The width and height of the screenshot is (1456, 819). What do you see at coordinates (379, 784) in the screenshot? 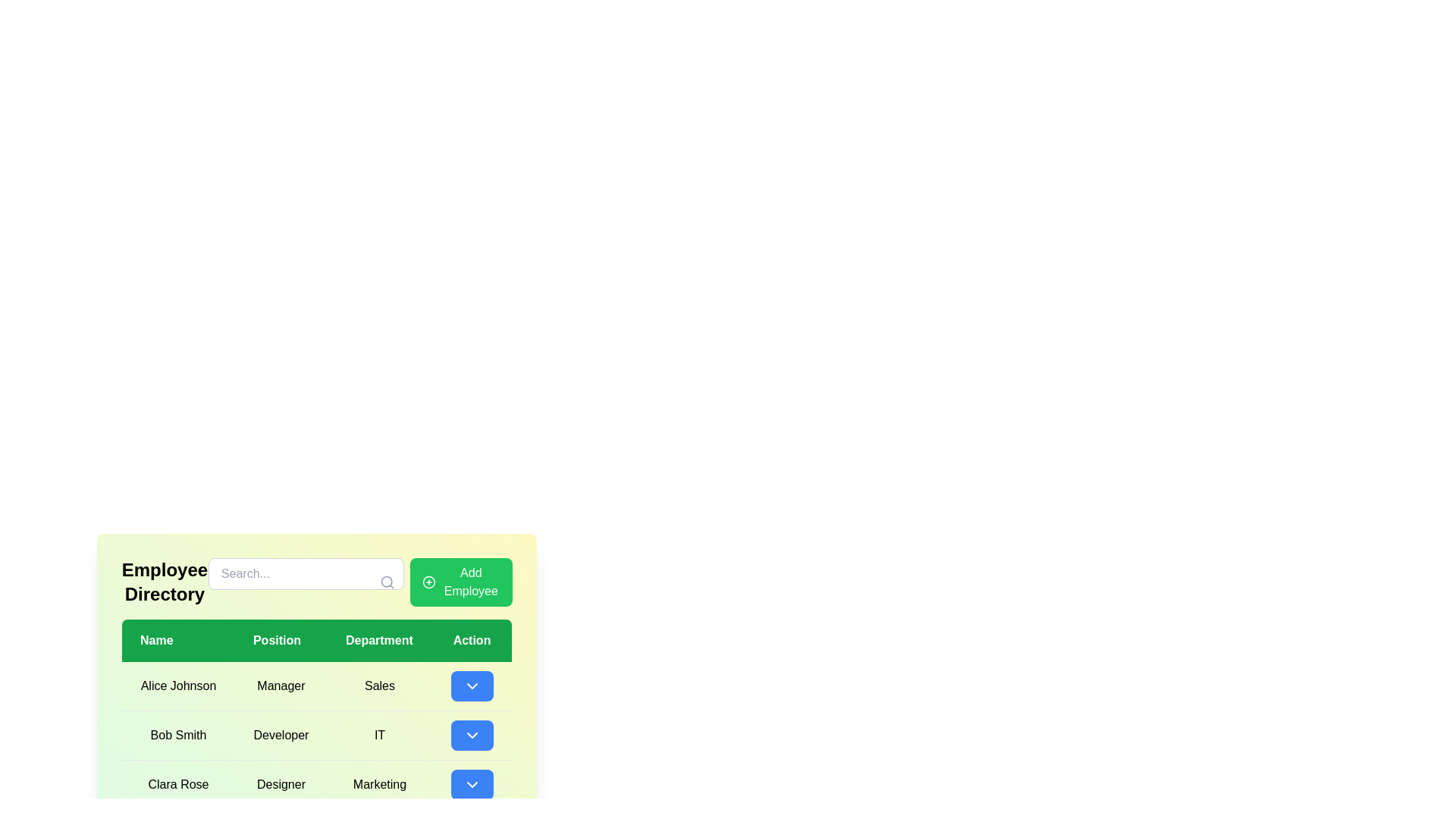
I see `the 'Marketing' text label located in the third row of the 'Department' column under the employee 'Clara Rose'` at bounding box center [379, 784].